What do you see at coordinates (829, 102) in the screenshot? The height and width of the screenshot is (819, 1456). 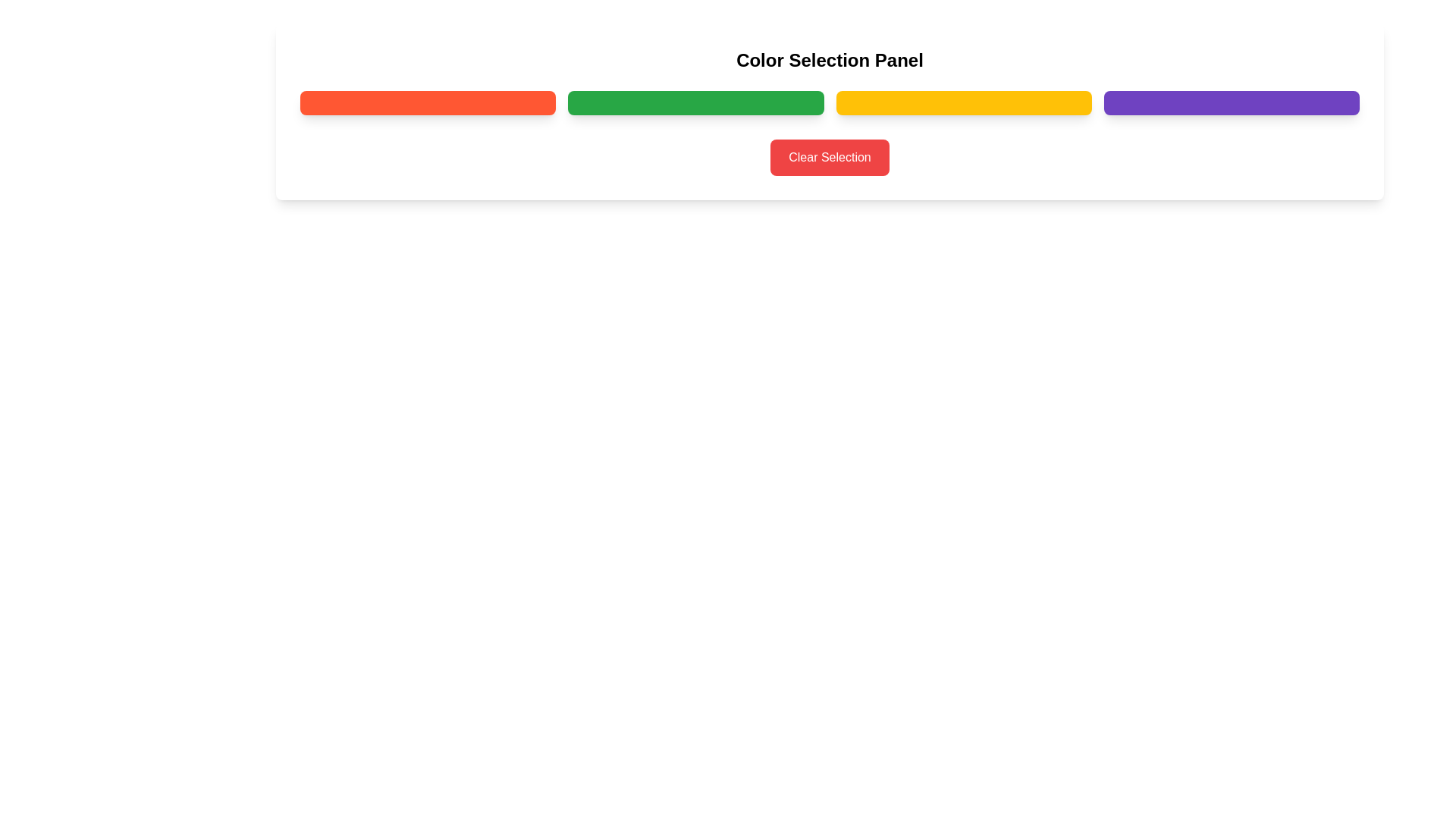 I see `the Grid Layout located below the 'Color Selection Panel' heading and above the 'Clear Selection' button` at bounding box center [829, 102].